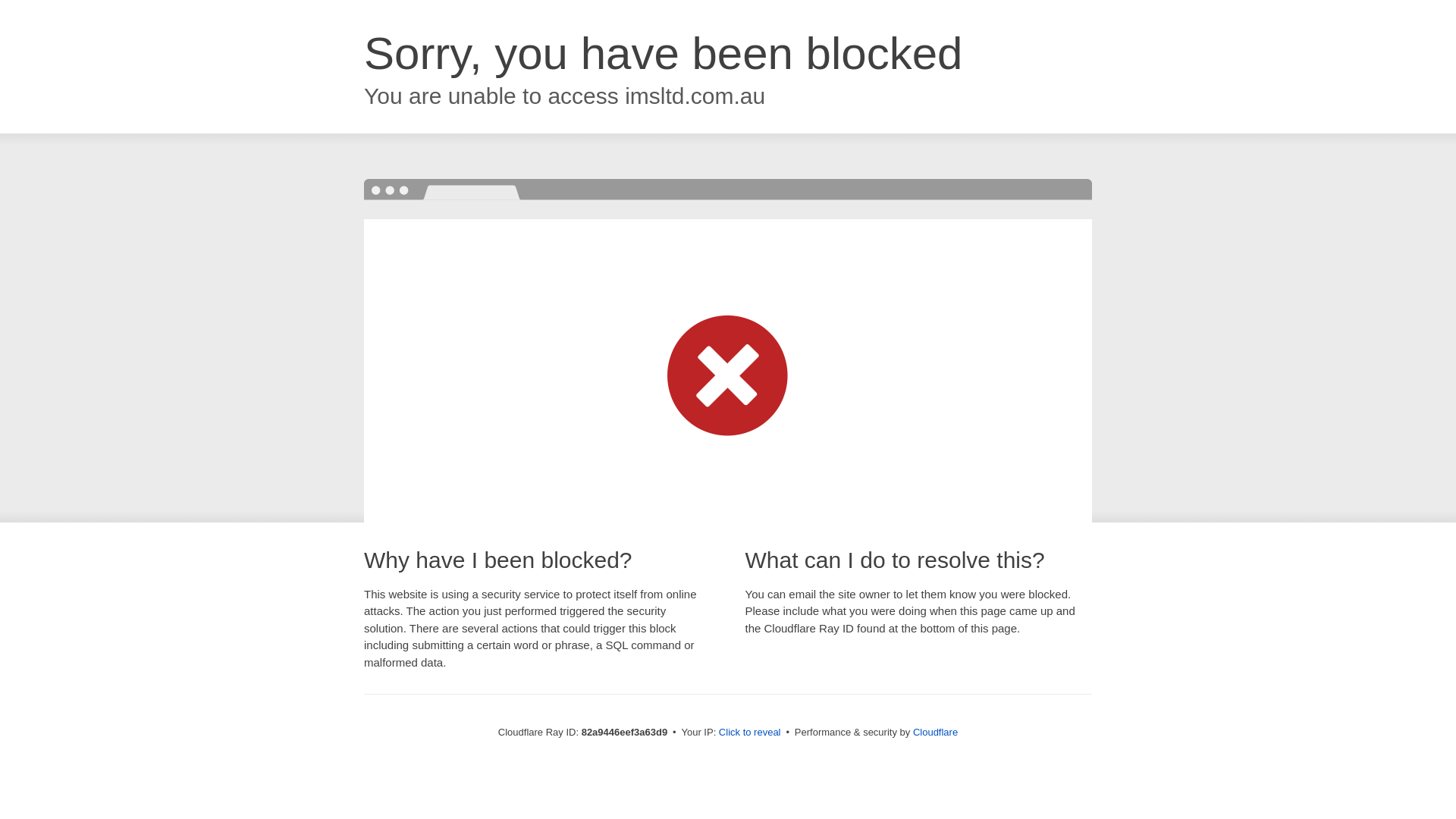  What do you see at coordinates (749, 731) in the screenshot?
I see `'Click to reveal'` at bounding box center [749, 731].